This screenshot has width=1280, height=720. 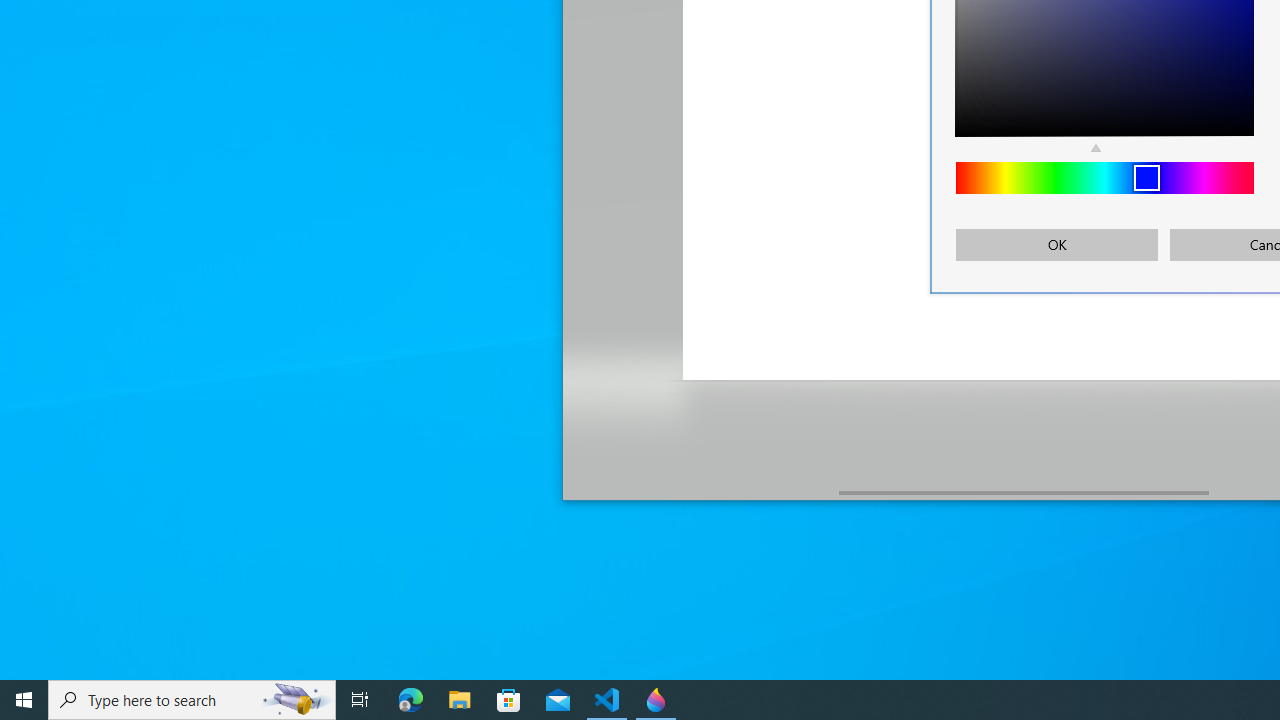 What do you see at coordinates (410, 698) in the screenshot?
I see `'Microsoft Edge'` at bounding box center [410, 698].